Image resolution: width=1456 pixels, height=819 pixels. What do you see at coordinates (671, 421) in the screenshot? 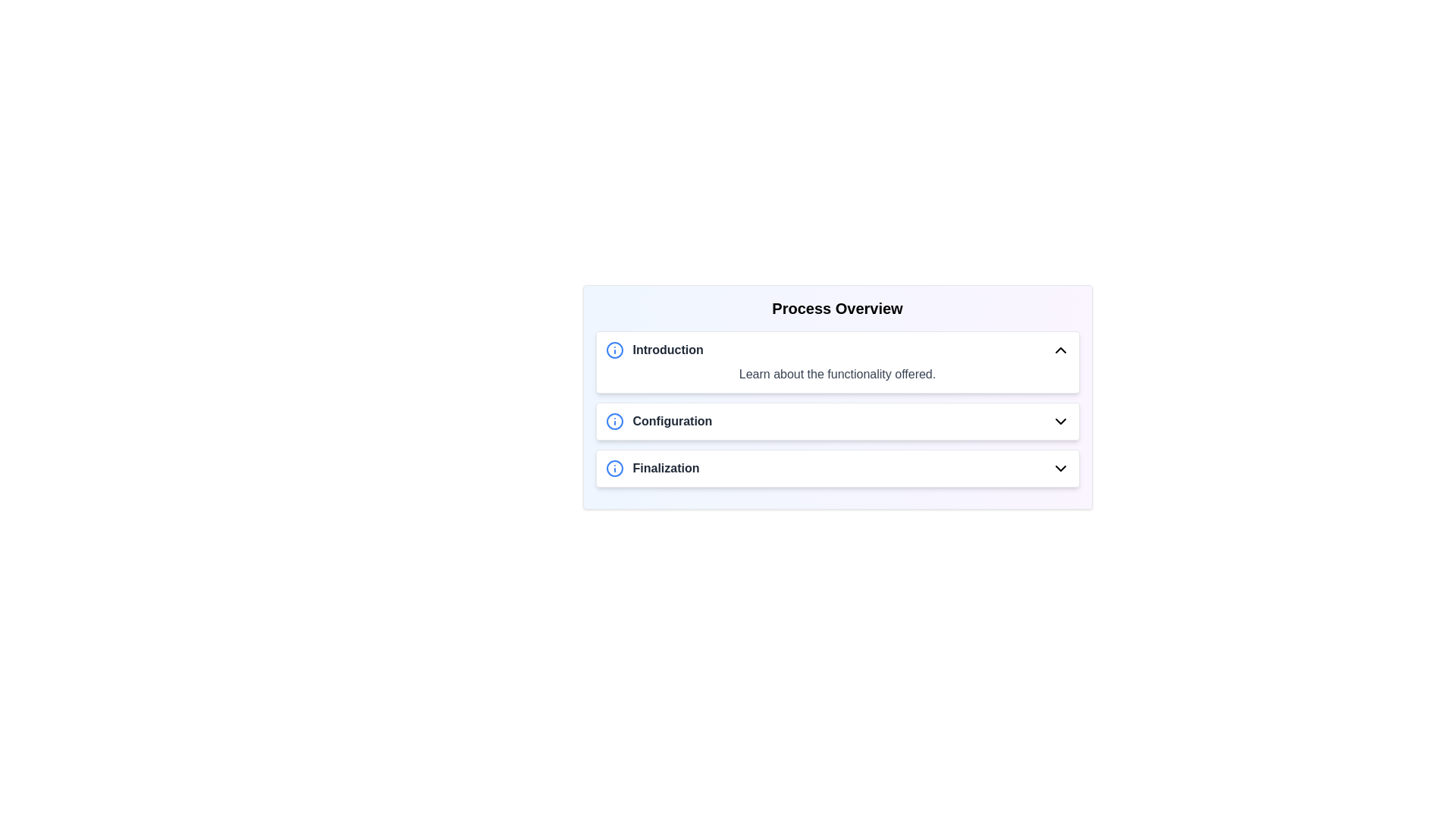
I see `the 'Configuration' text label, which is displayed in bold gray font and located in the 'Process Overview' panel between the 'Introduction' and 'Finalization' sections` at bounding box center [671, 421].